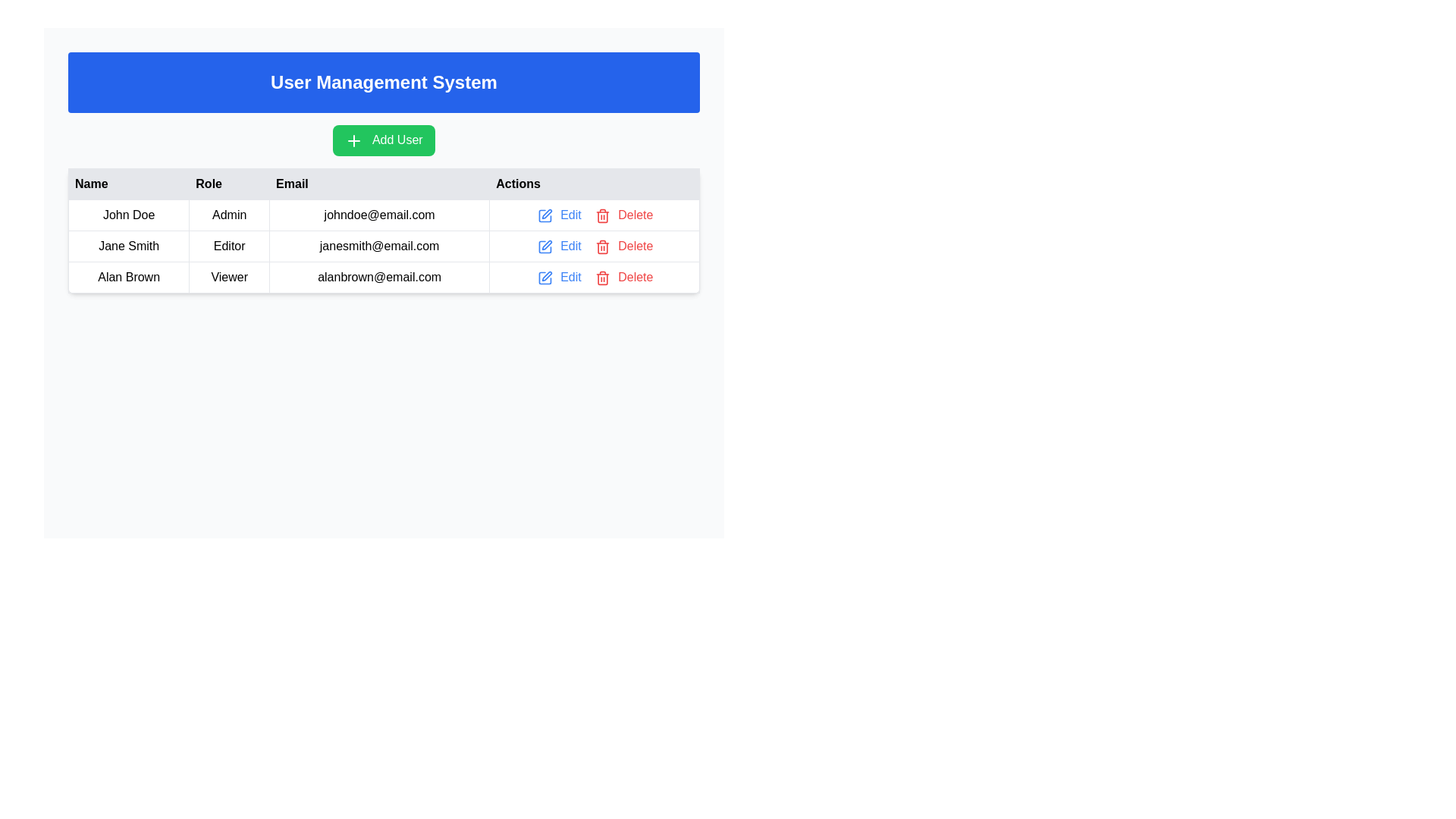 This screenshot has width=1456, height=819. What do you see at coordinates (601, 278) in the screenshot?
I see `the red trash can icon representing the delete action for the user 'Alan Brown' in the 'Actions' column of the table` at bounding box center [601, 278].